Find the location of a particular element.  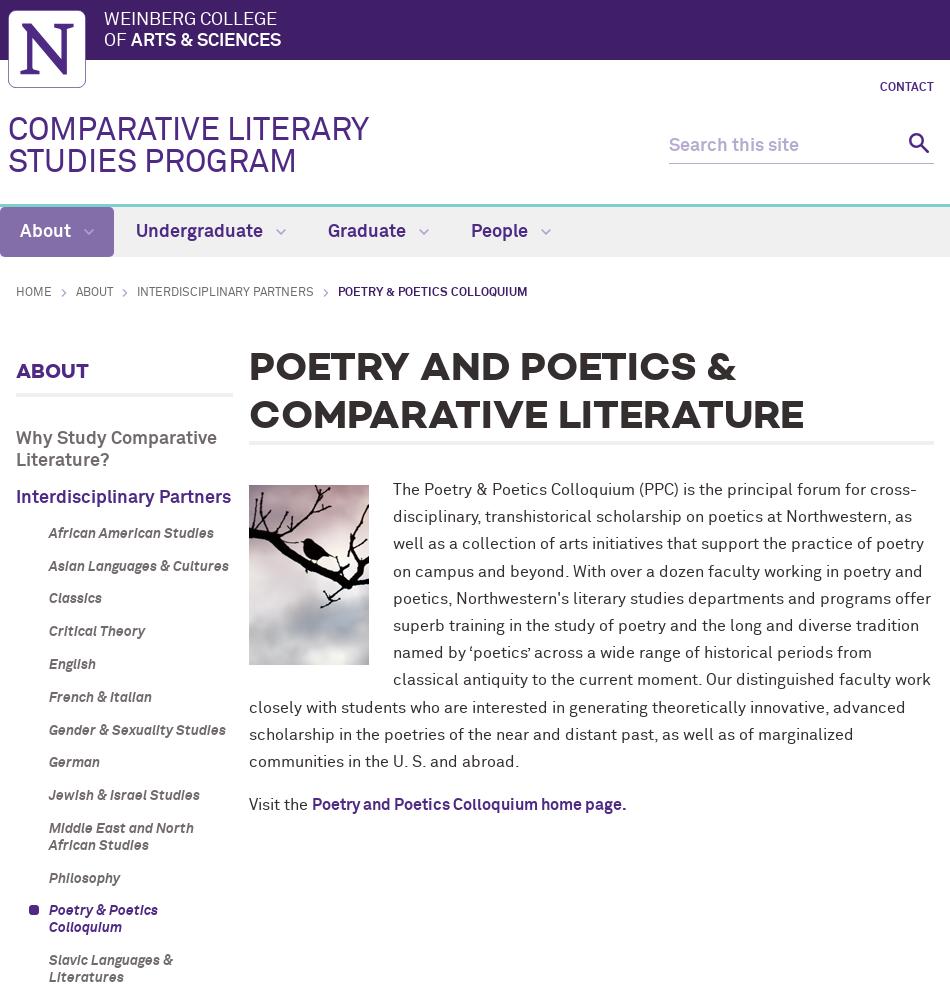

'Weinberg College' is located at coordinates (190, 19).